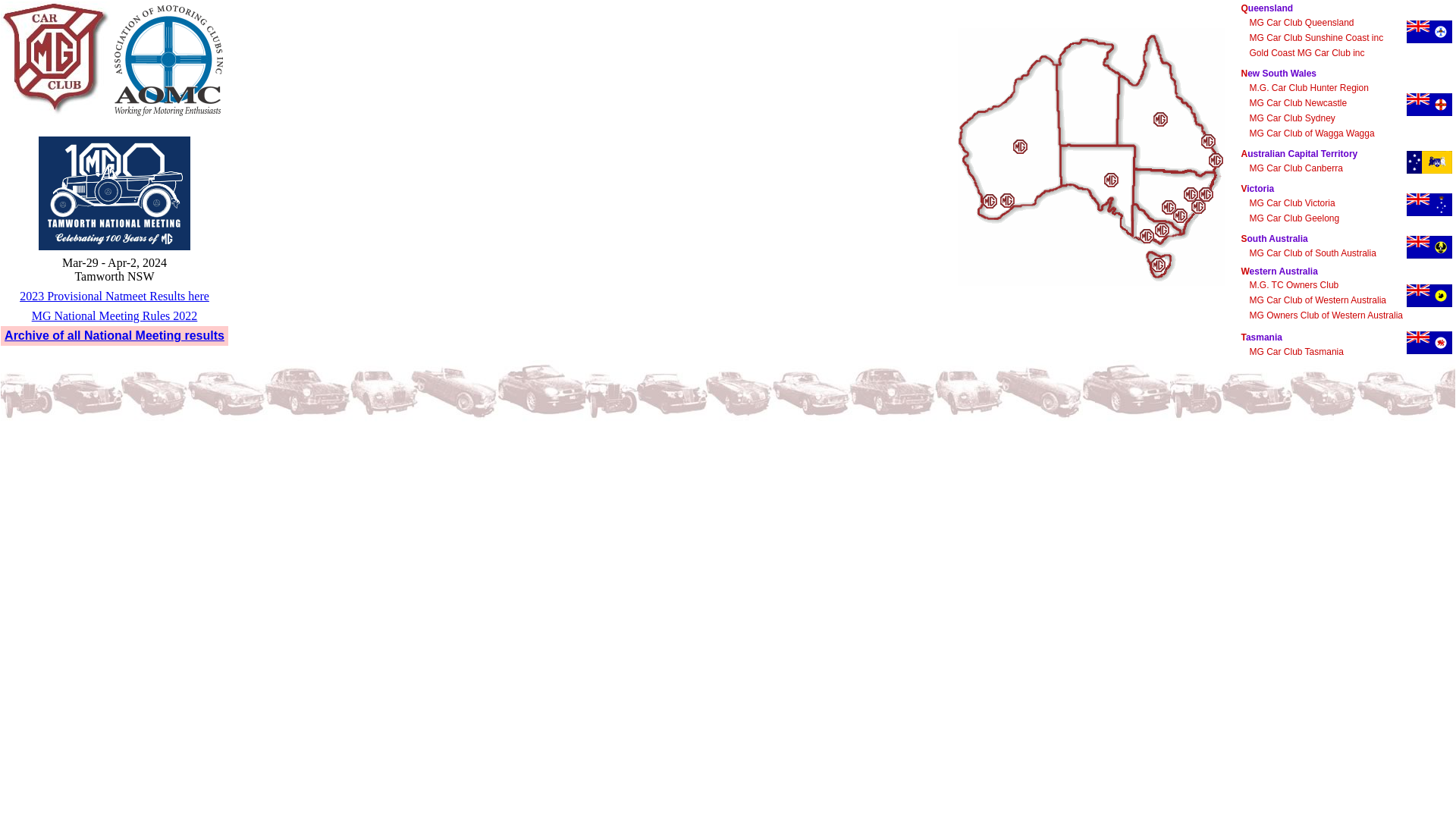  What do you see at coordinates (1291, 202) in the screenshot?
I see `'MG Car Club Victoria'` at bounding box center [1291, 202].